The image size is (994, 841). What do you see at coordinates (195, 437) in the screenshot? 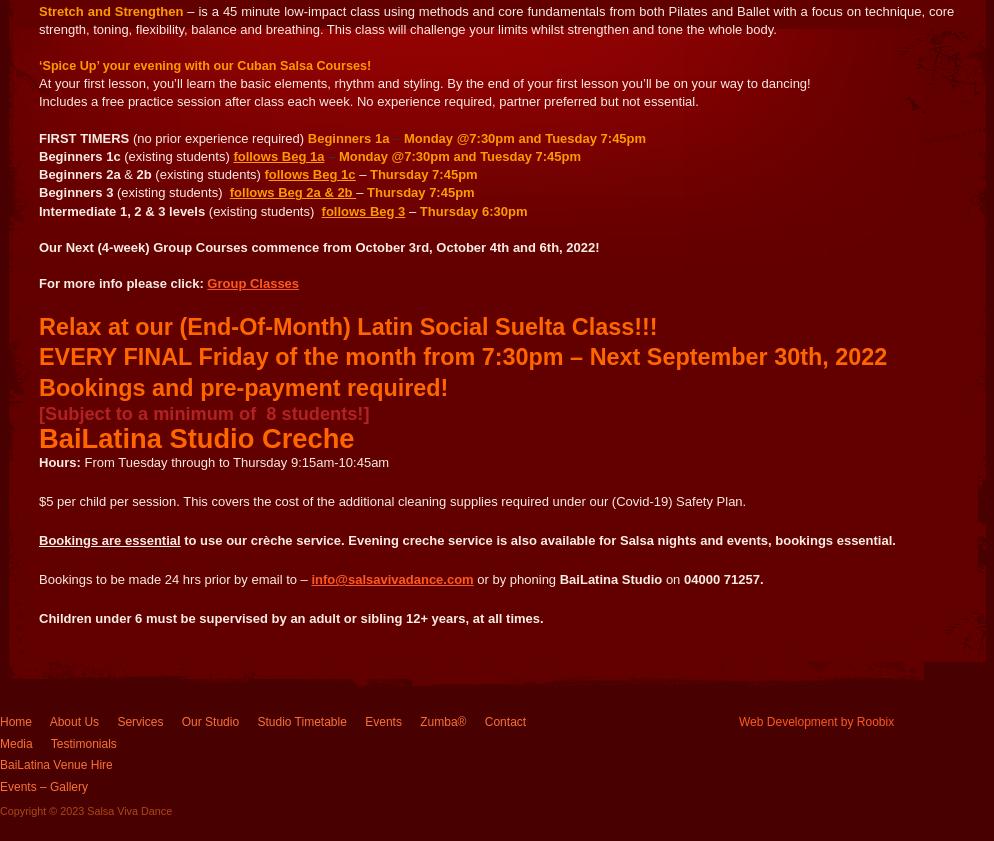
I see `'BaiLatina Studio Creche'` at bounding box center [195, 437].